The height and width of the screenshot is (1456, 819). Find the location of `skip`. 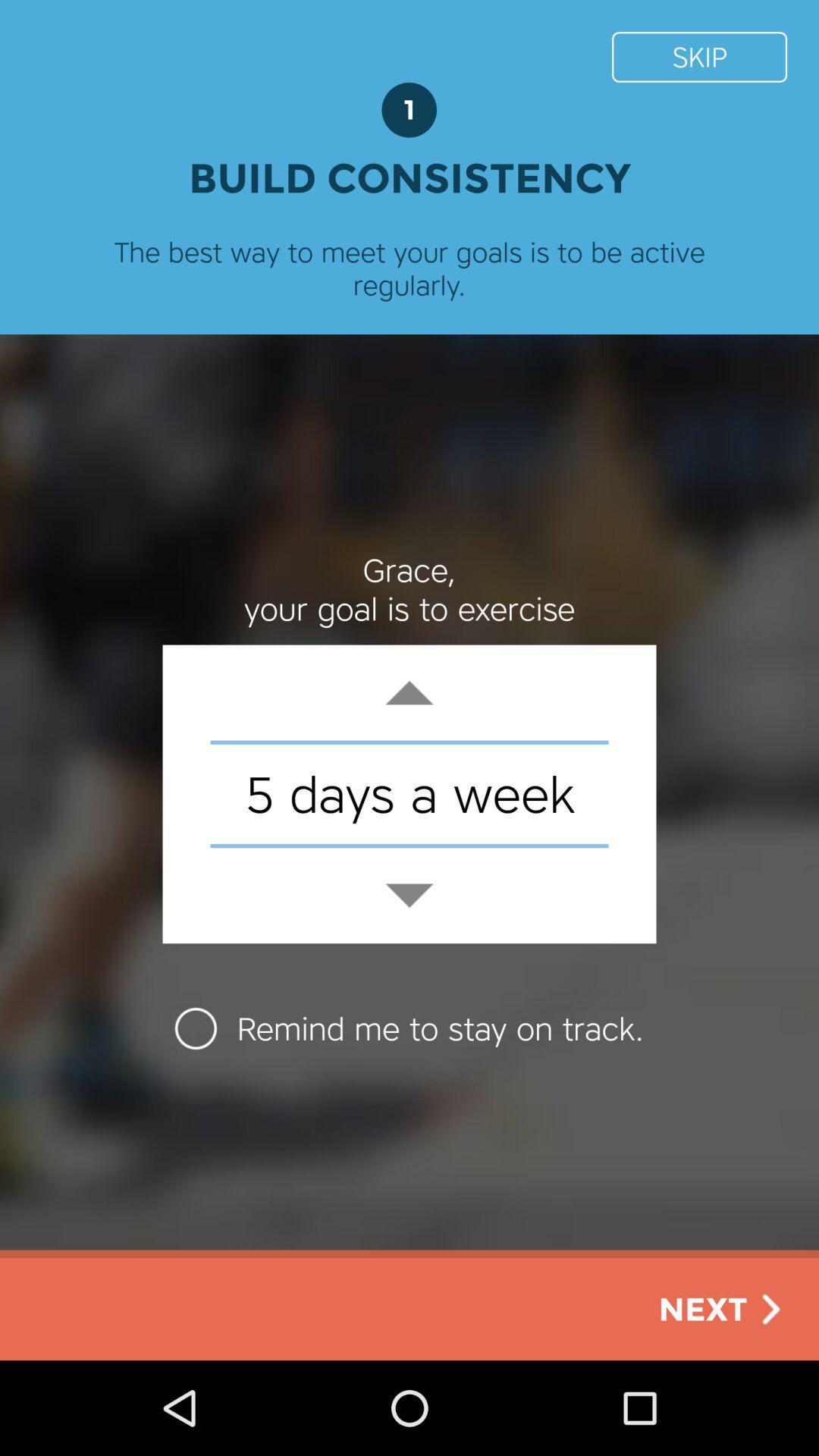

skip is located at coordinates (699, 57).